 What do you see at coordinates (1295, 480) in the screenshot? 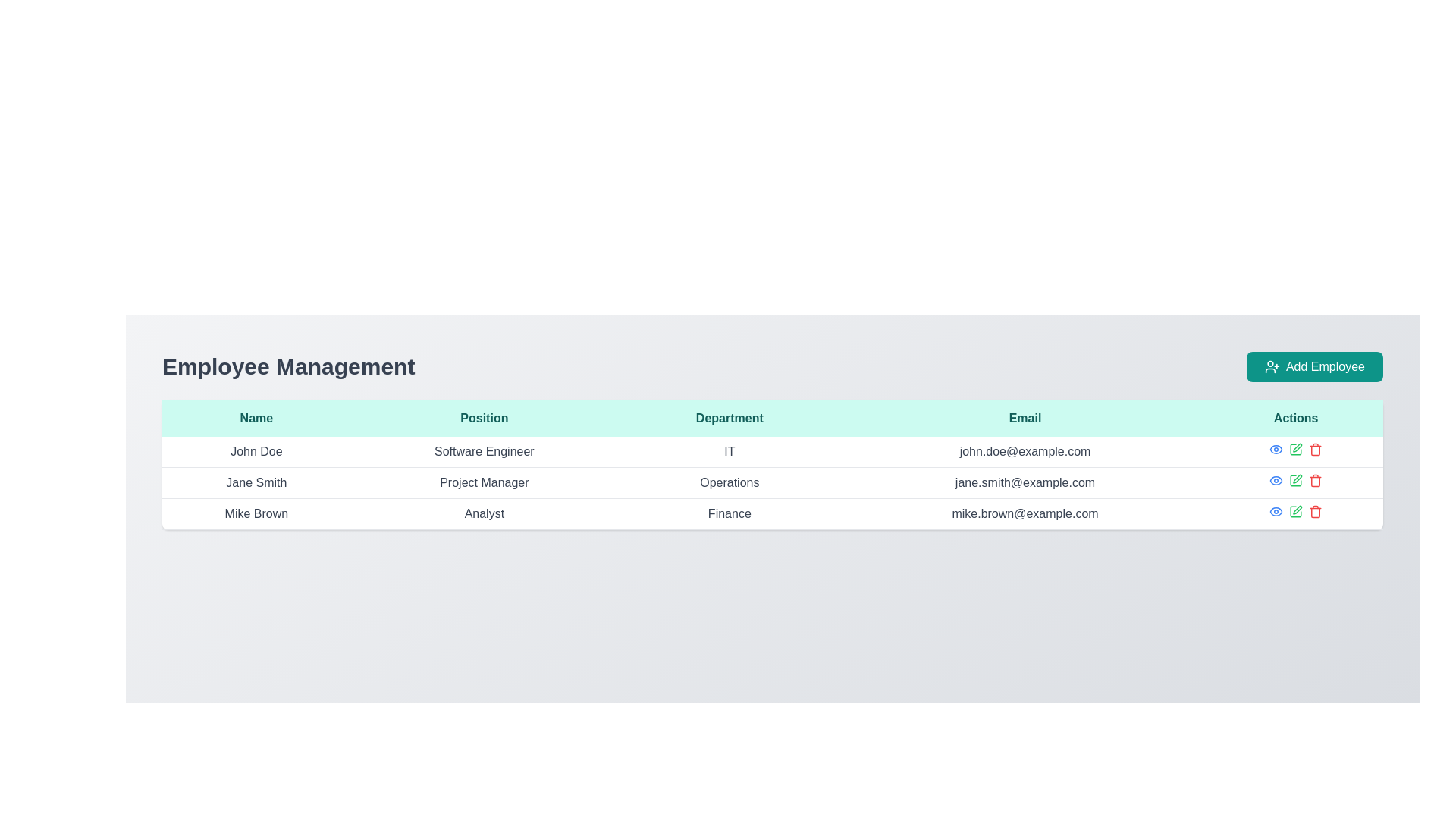
I see `the interactive action buttons group for 'Jane Smith'` at bounding box center [1295, 480].